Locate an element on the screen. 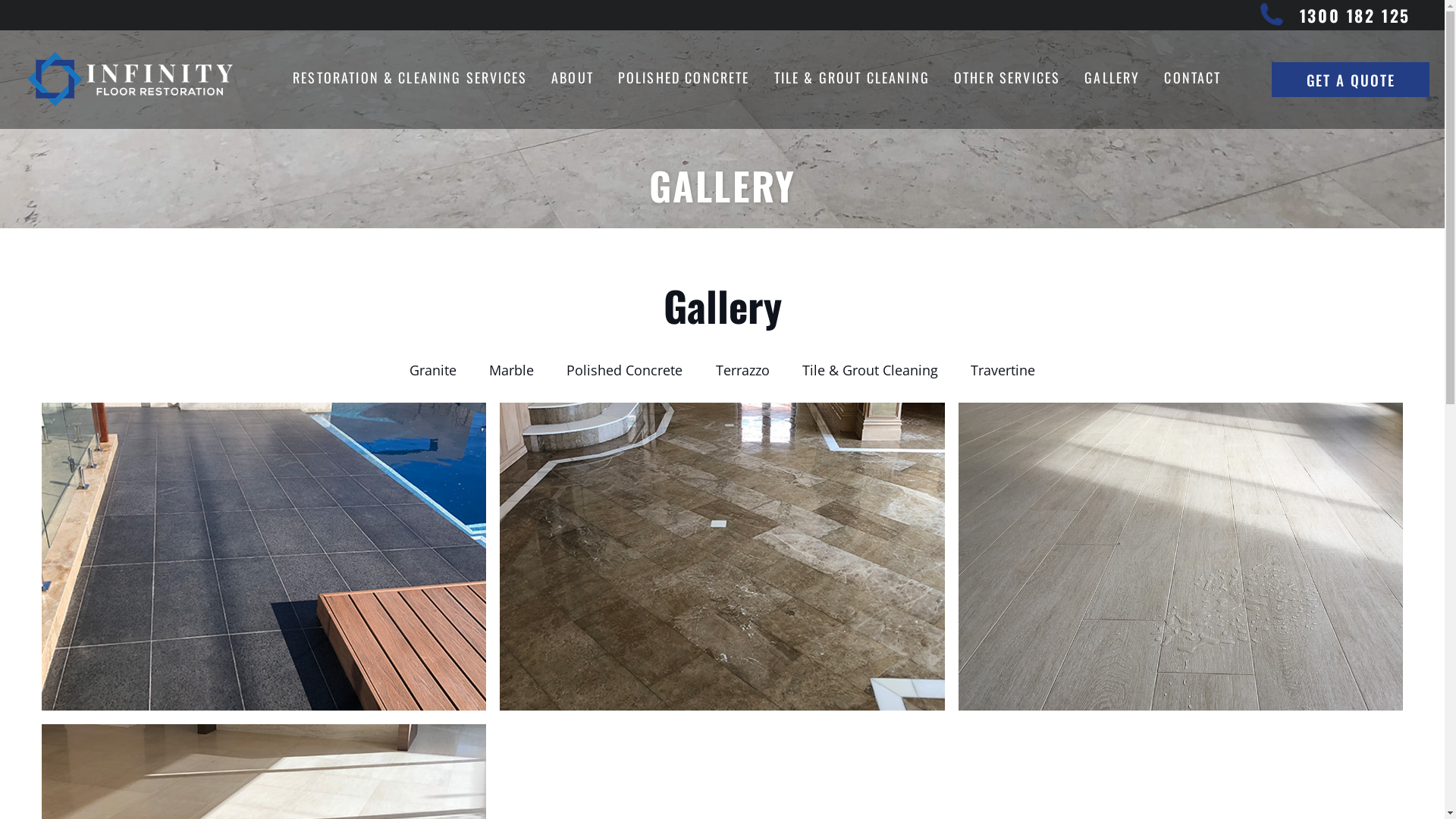 This screenshot has width=1456, height=819. 'ABOUT' is located at coordinates (538, 79).